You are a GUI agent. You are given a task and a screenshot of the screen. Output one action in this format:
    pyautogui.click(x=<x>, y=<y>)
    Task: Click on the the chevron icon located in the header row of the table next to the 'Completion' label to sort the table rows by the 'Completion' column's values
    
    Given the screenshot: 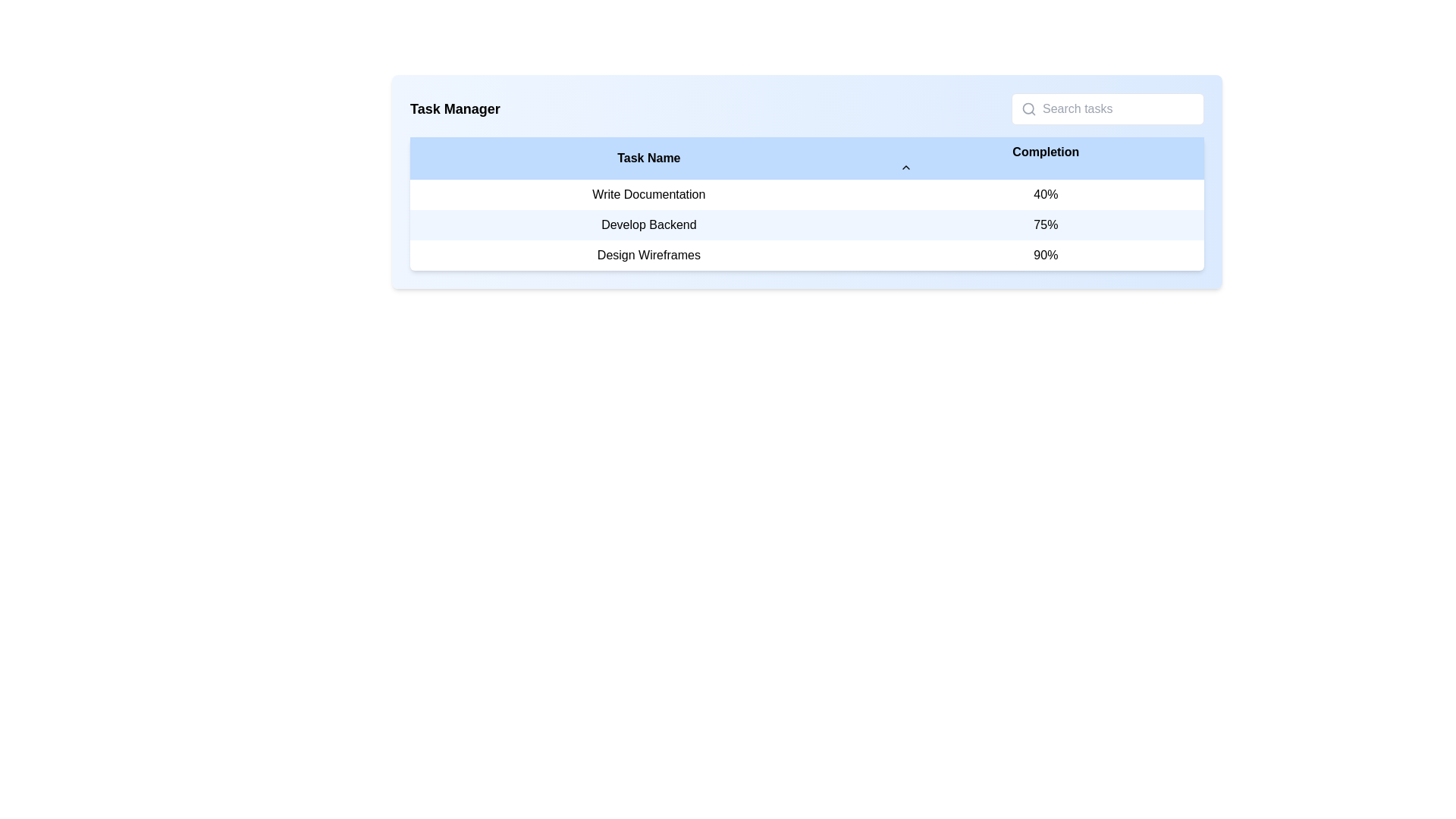 What is the action you would take?
    pyautogui.click(x=905, y=167)
    